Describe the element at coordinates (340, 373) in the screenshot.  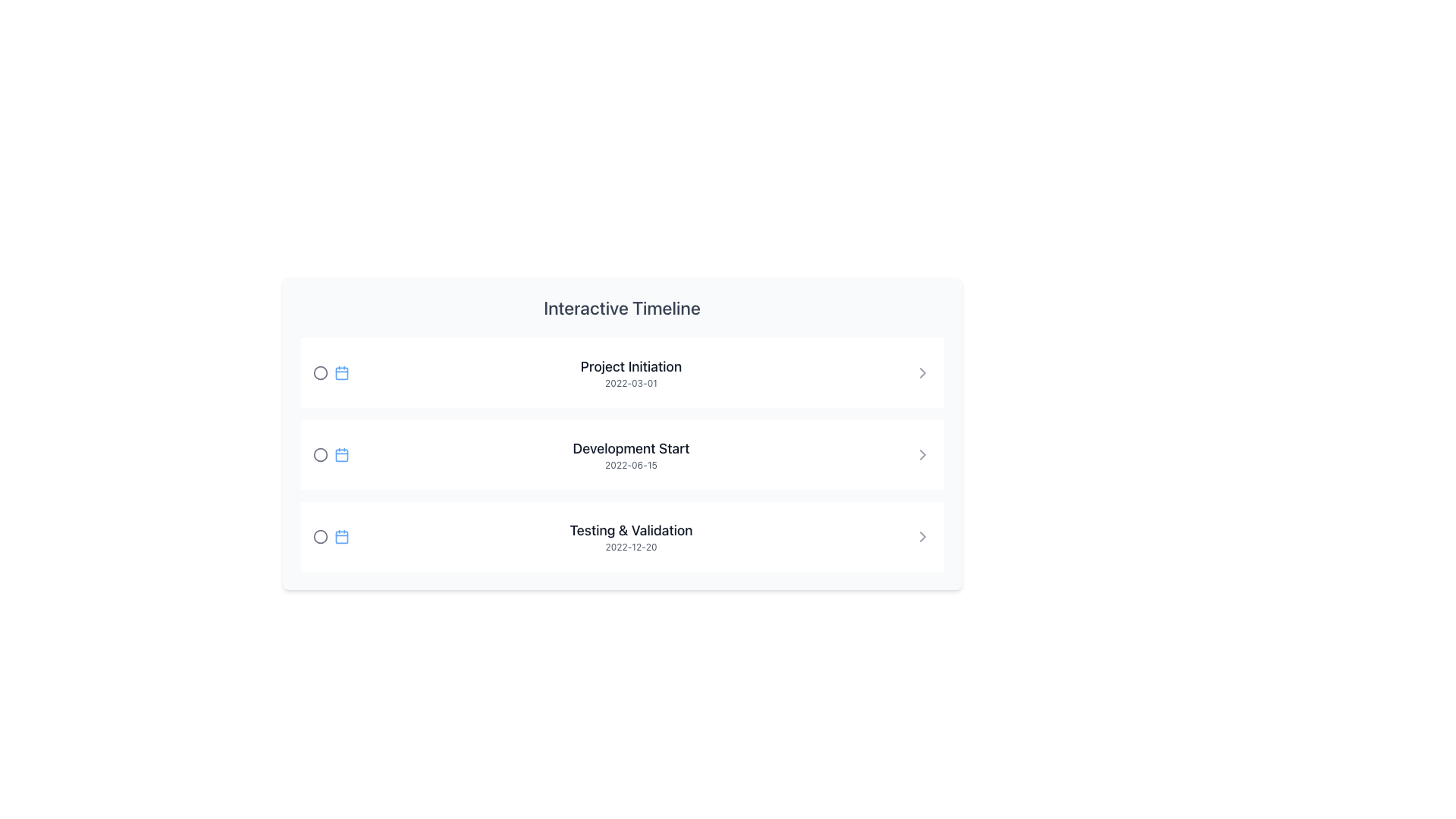
I see `decorative square element located within the first calendar icon on the left side of the 'Project Initiation' entry` at that location.